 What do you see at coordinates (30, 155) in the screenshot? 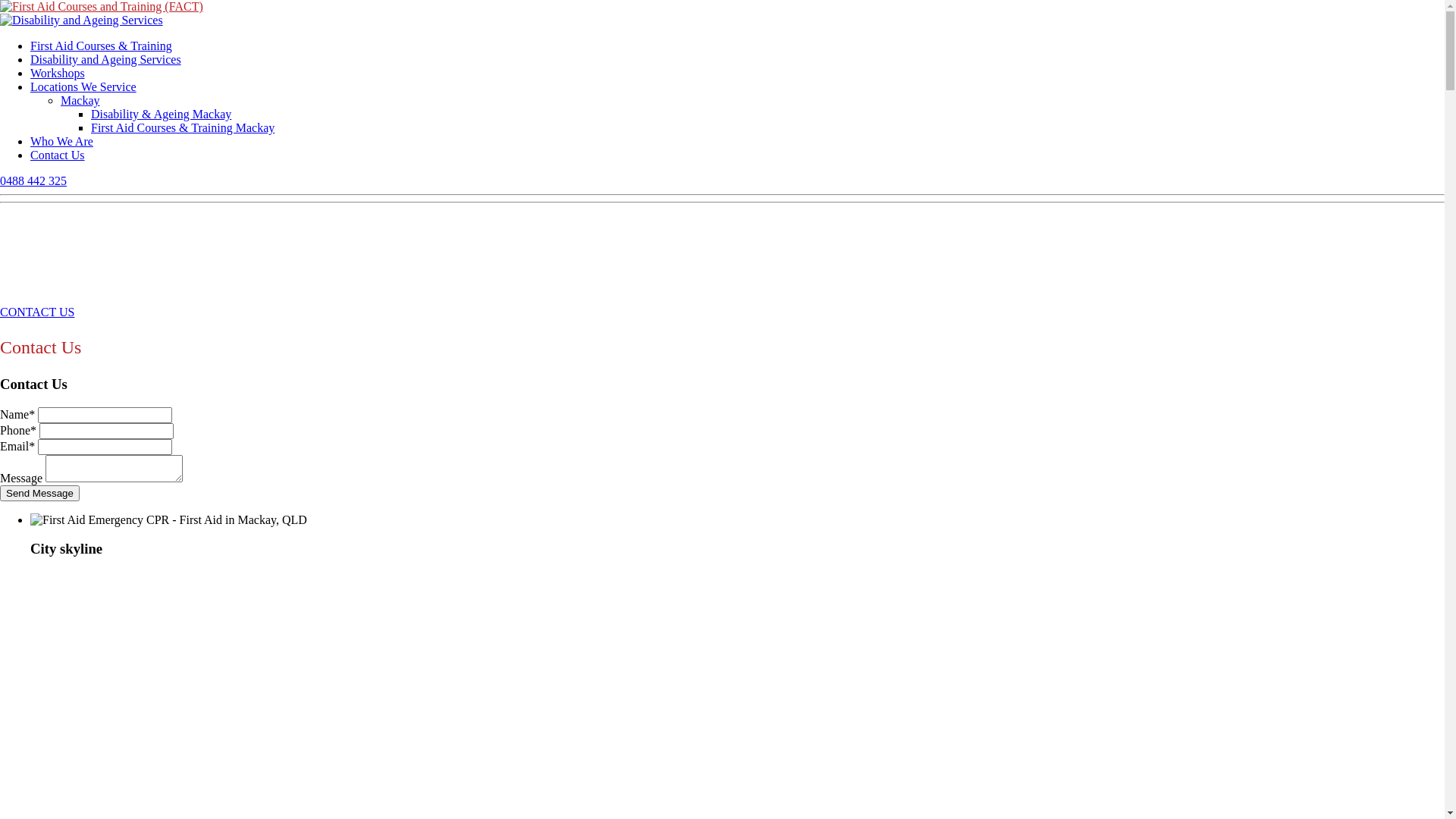
I see `'Contact Us'` at bounding box center [30, 155].